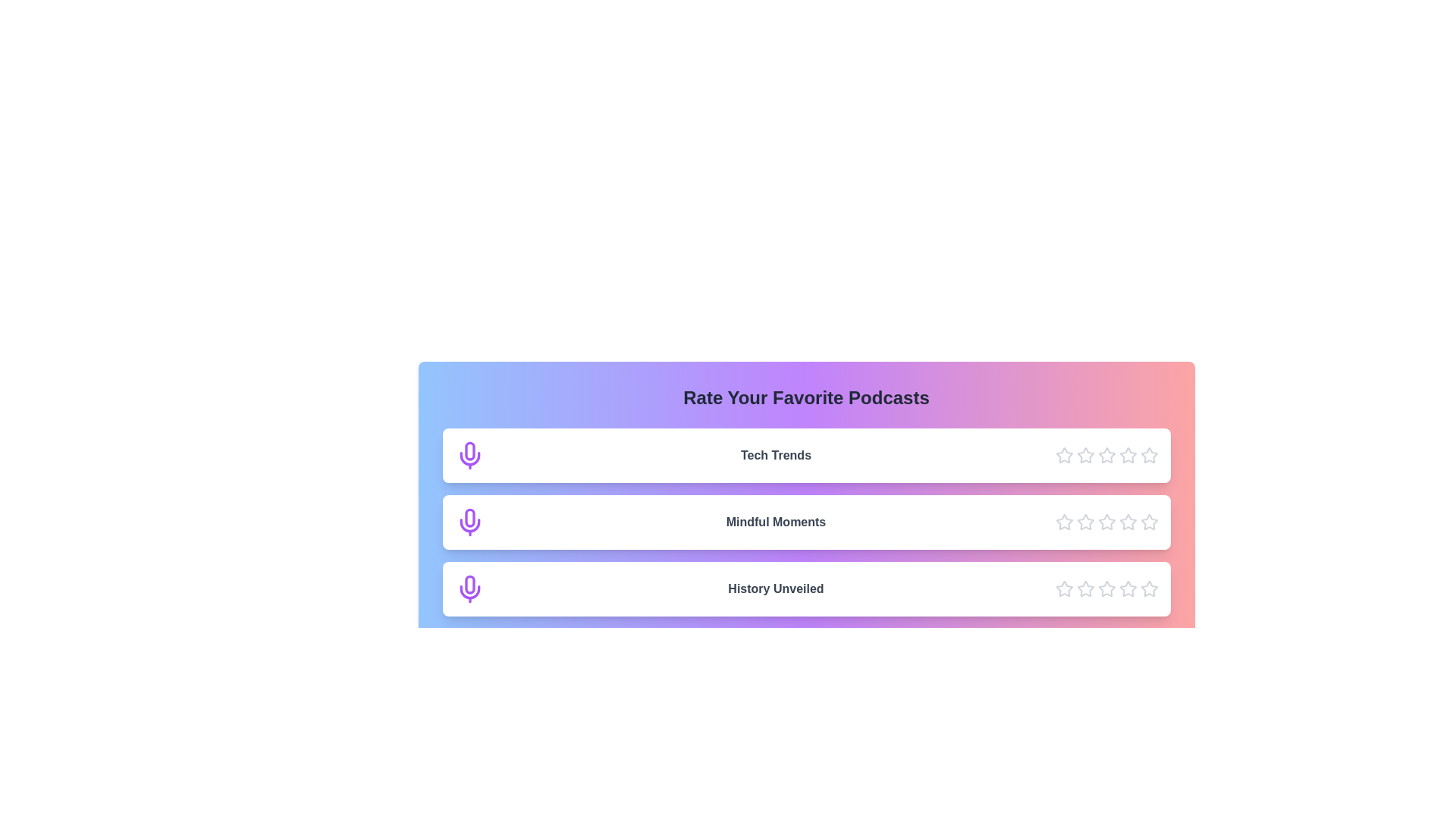  Describe the element at coordinates (1084, 455) in the screenshot. I see `the star icon corresponding to 2 stars for the podcast Tech Trends` at that location.